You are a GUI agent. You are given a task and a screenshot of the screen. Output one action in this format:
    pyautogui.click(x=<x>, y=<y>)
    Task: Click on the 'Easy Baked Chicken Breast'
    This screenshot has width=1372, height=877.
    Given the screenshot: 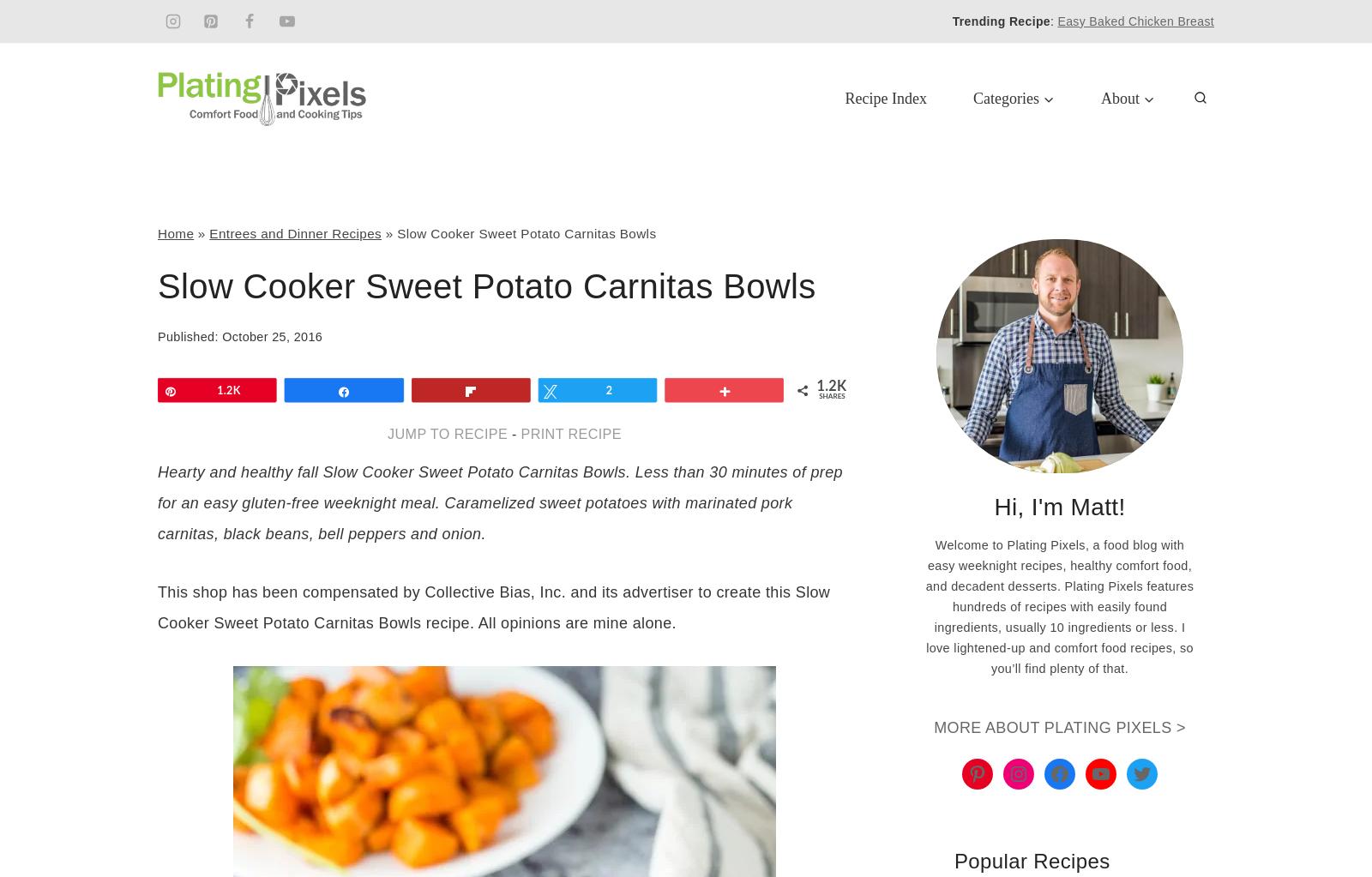 What is the action you would take?
    pyautogui.click(x=1134, y=21)
    